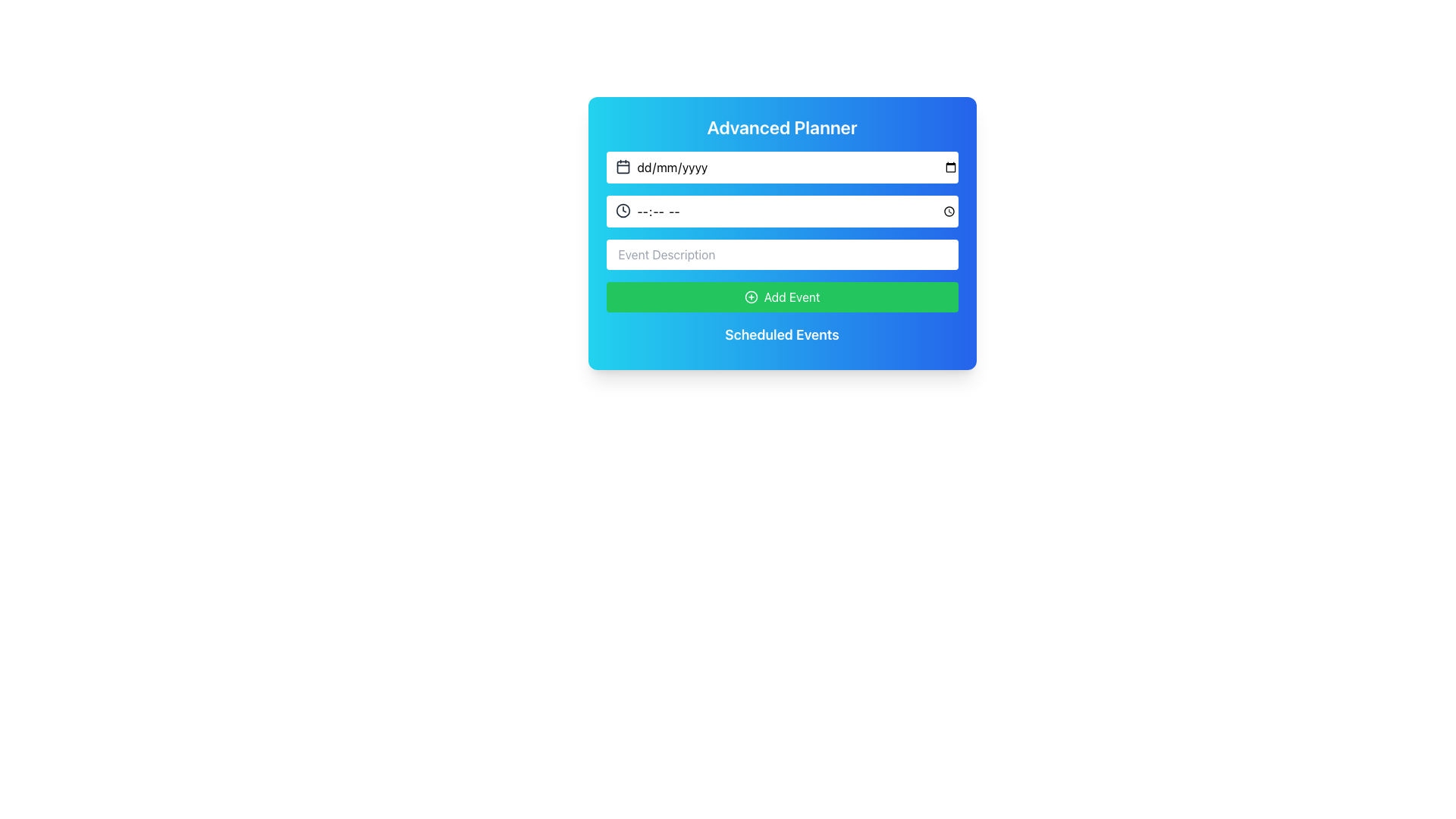  What do you see at coordinates (751, 297) in the screenshot?
I see `the circular icon with a plus sign at the bottom-center of the card UI, which is styled with a thin stroke against a green background` at bounding box center [751, 297].